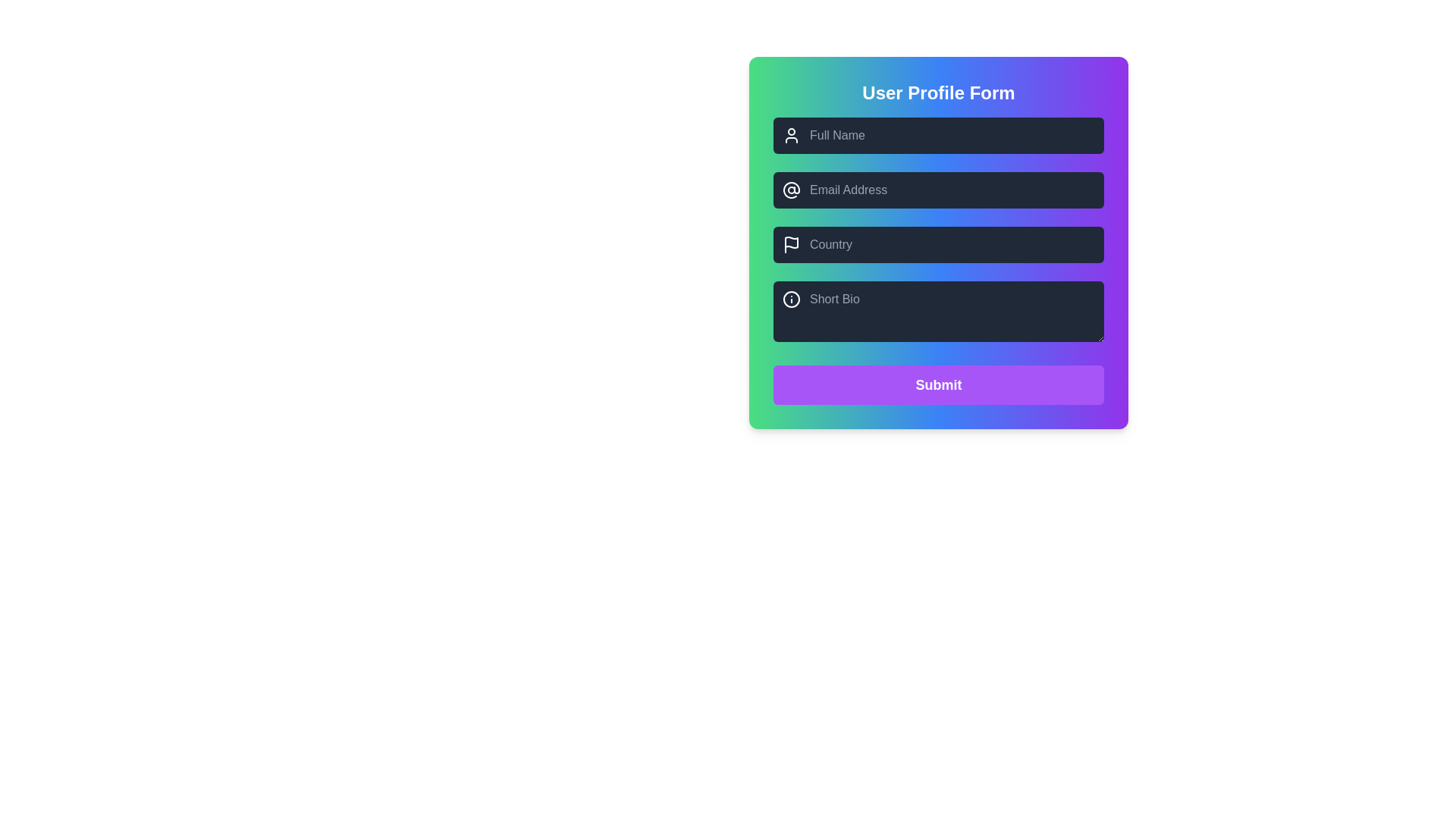  I want to click on and copy text from the Multiline text input field with rounded corners and a dark gray background, identified by its placeholder text 'Short Bio', so click(938, 311).